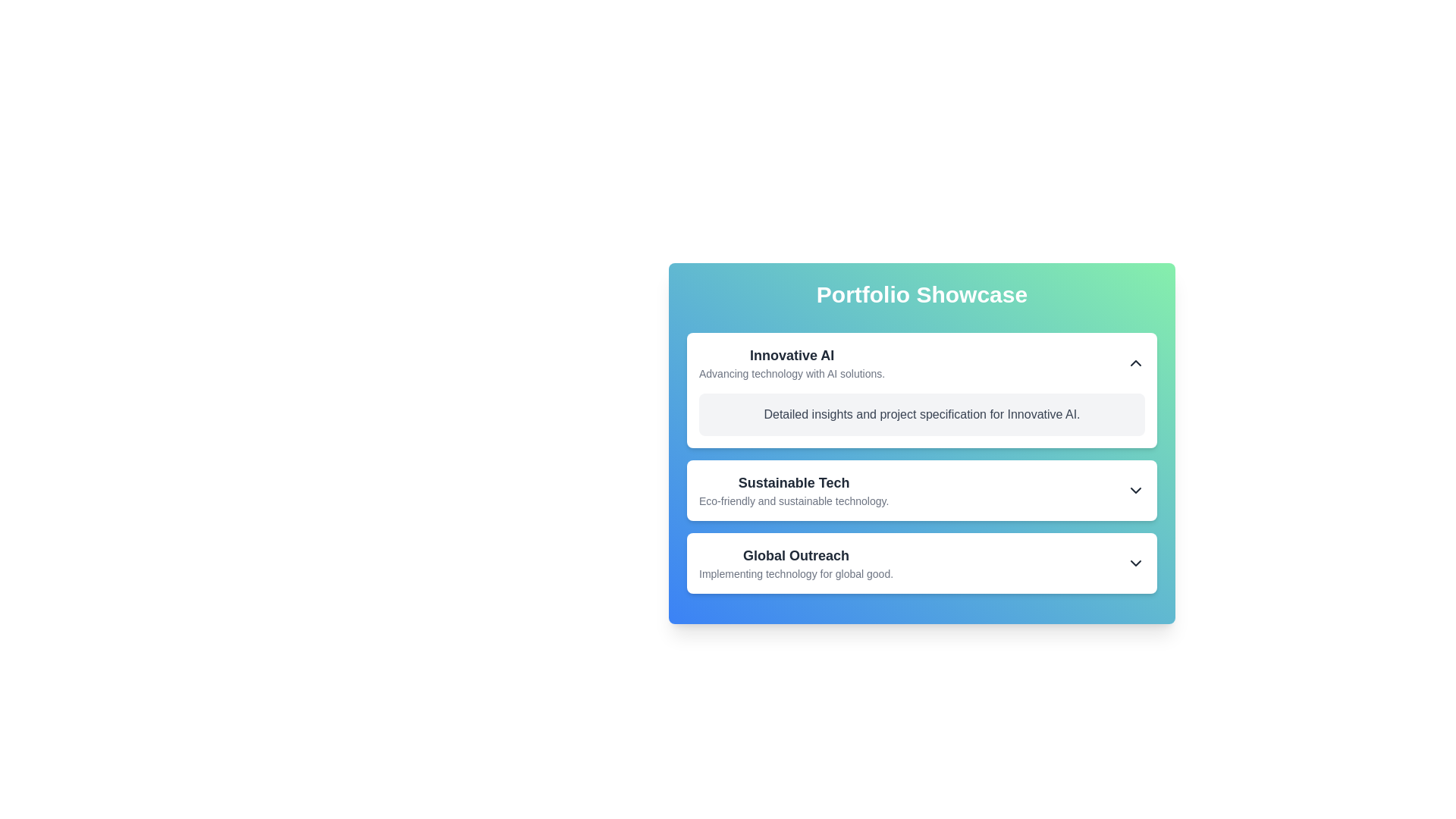 The image size is (1456, 819). I want to click on the text block containing 'Global Outreach' and 'Implementing technology for global good.' located in the third card of the vertical list under 'Innovative AI' and 'Sustainable Tech.', so click(795, 563).